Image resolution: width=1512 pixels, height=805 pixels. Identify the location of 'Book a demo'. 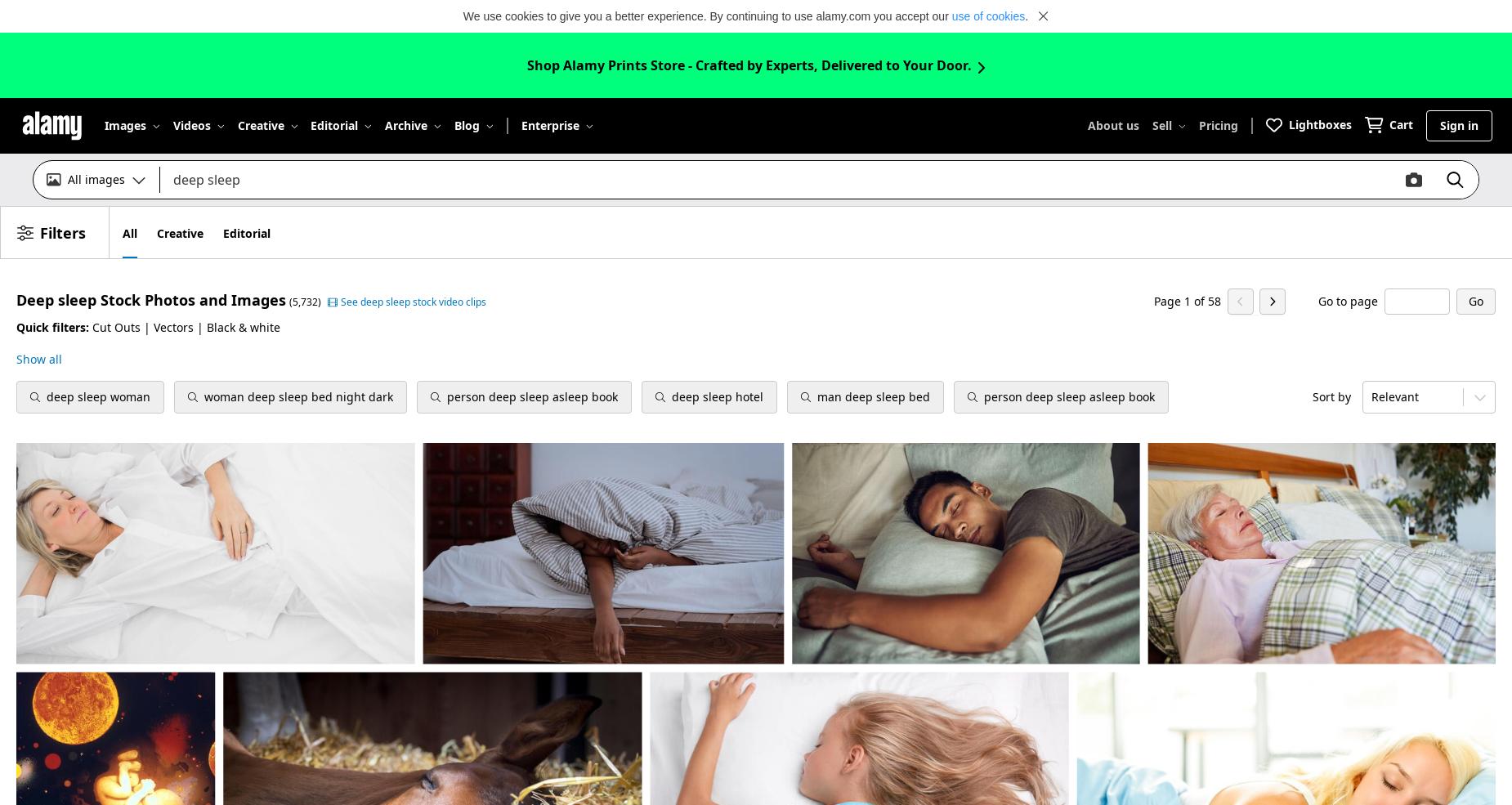
(526, 409).